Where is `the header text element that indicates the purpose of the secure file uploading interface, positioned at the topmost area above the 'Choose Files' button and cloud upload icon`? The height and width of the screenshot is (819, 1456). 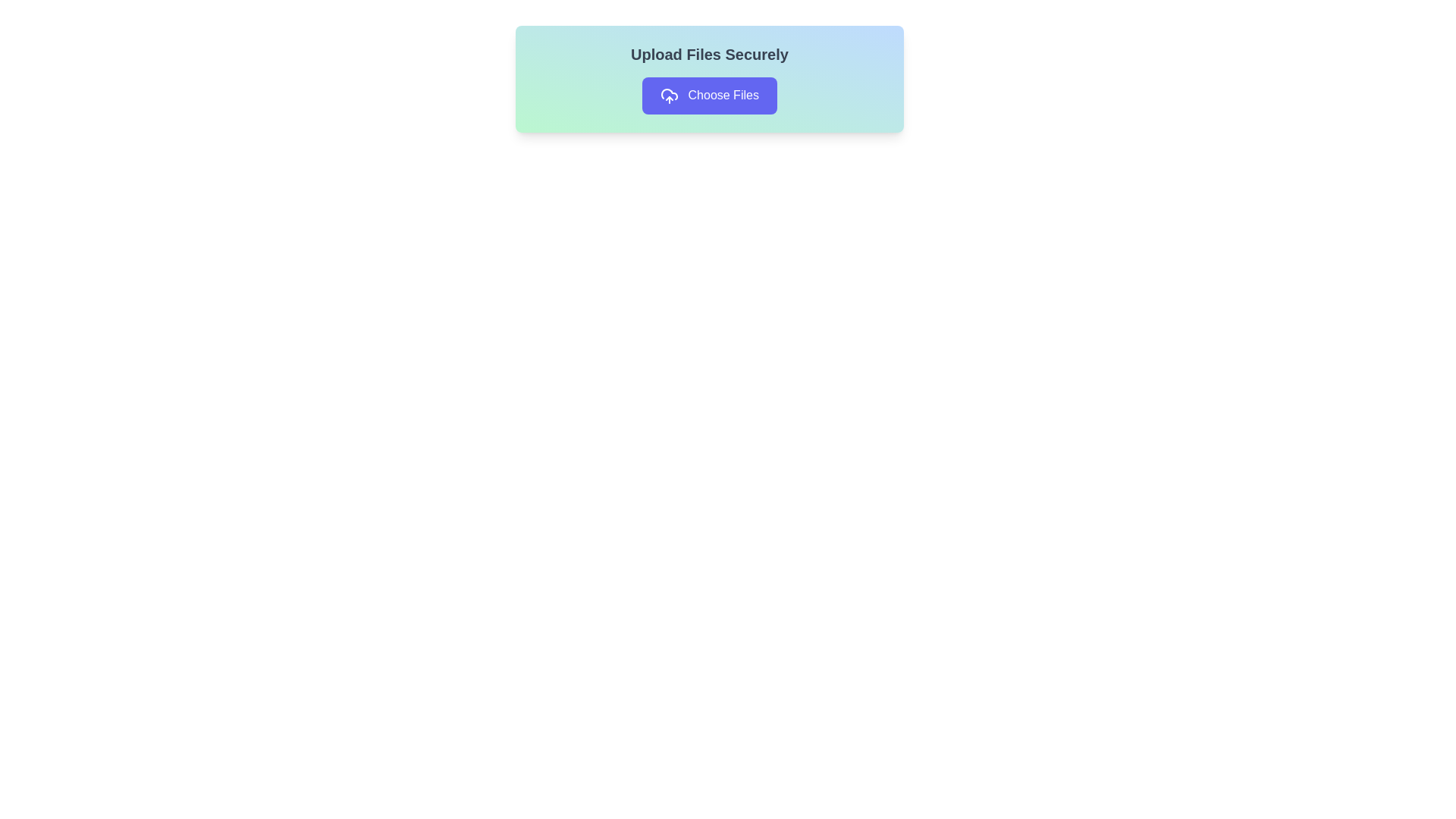 the header text element that indicates the purpose of the secure file uploading interface, positioned at the topmost area above the 'Choose Files' button and cloud upload icon is located at coordinates (709, 54).